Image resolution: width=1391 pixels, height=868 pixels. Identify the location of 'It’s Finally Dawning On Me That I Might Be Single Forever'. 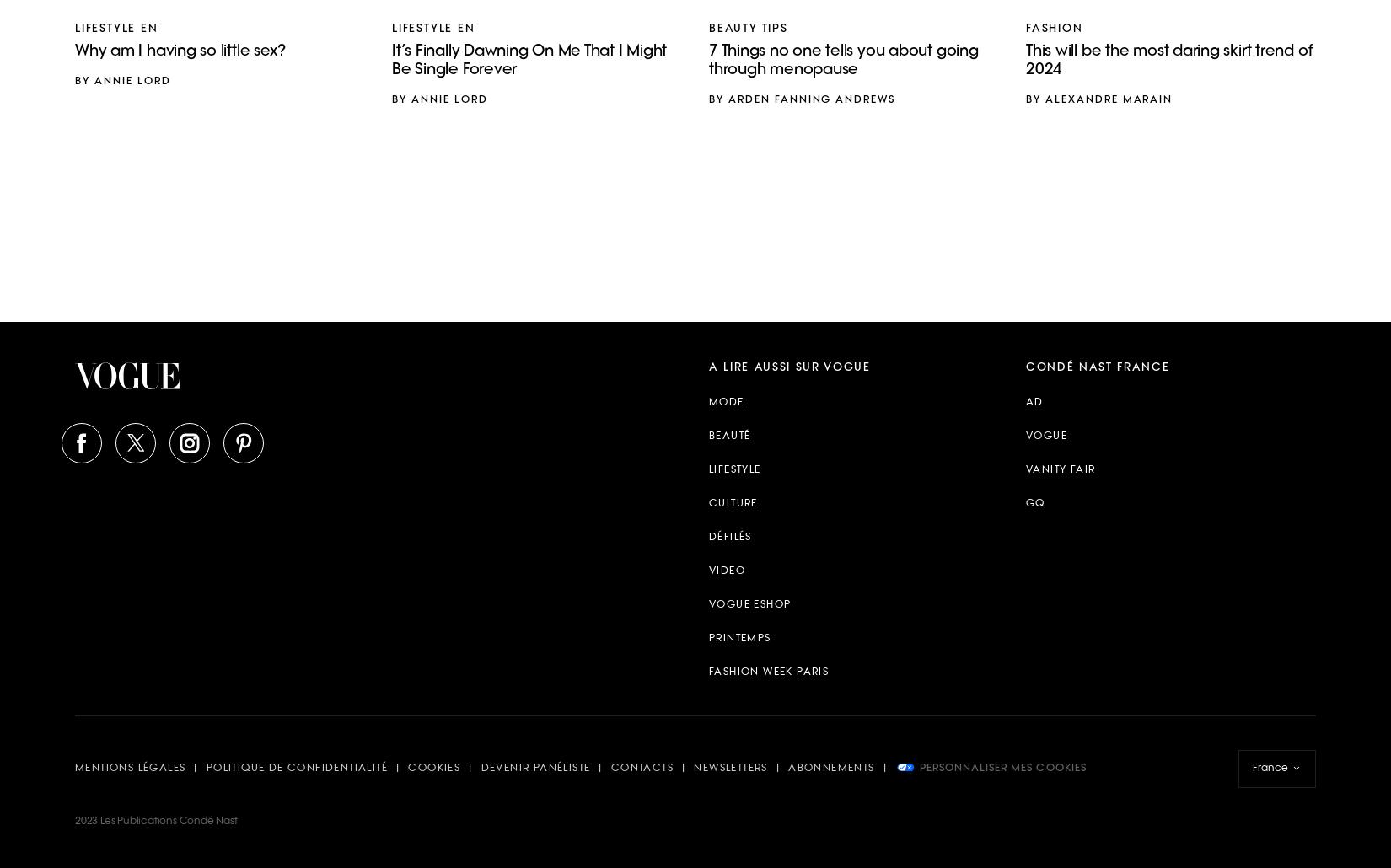
(528, 61).